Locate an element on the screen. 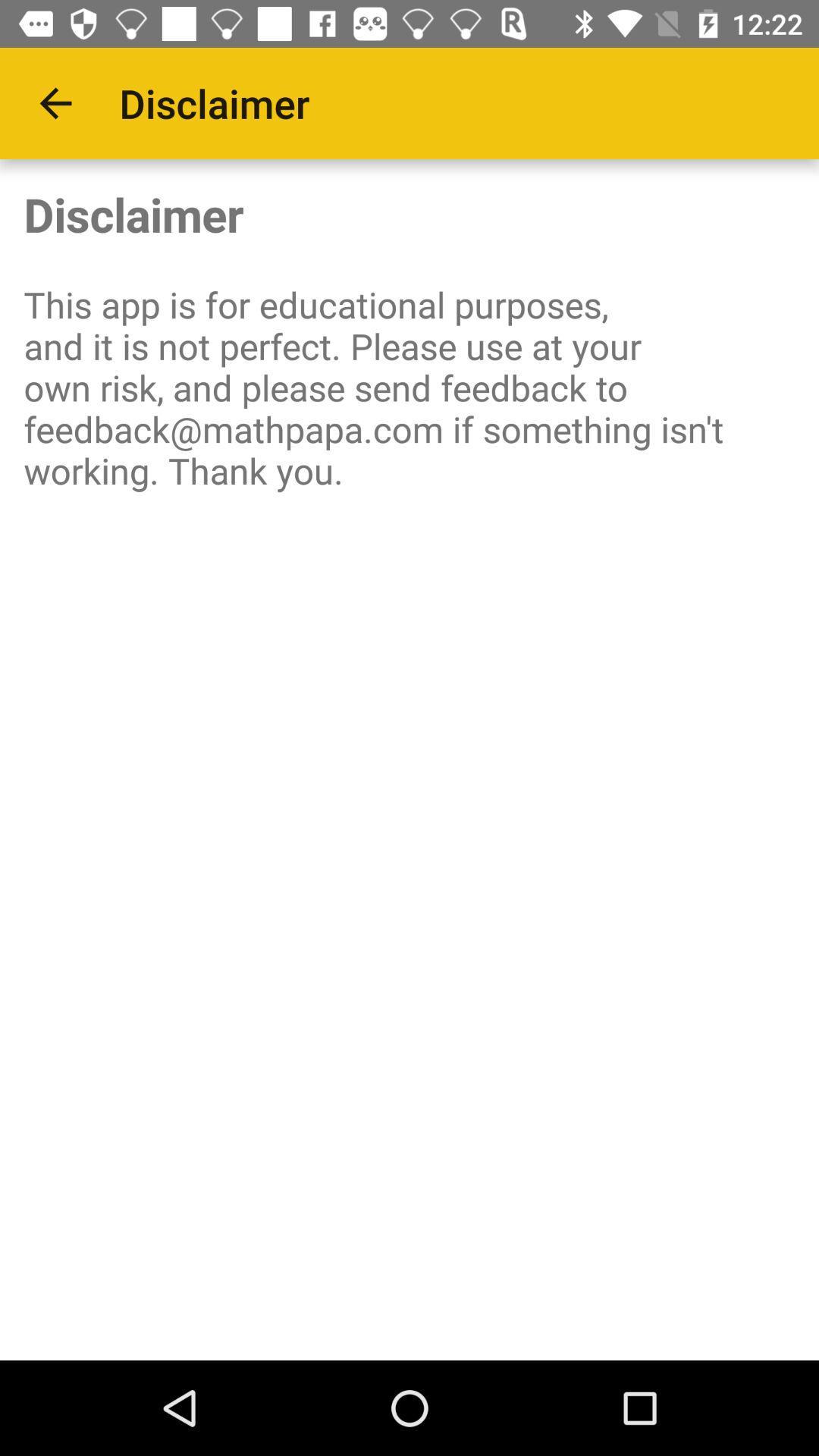 Image resolution: width=819 pixels, height=1456 pixels. item above disclaimer this app is located at coordinates (55, 102).